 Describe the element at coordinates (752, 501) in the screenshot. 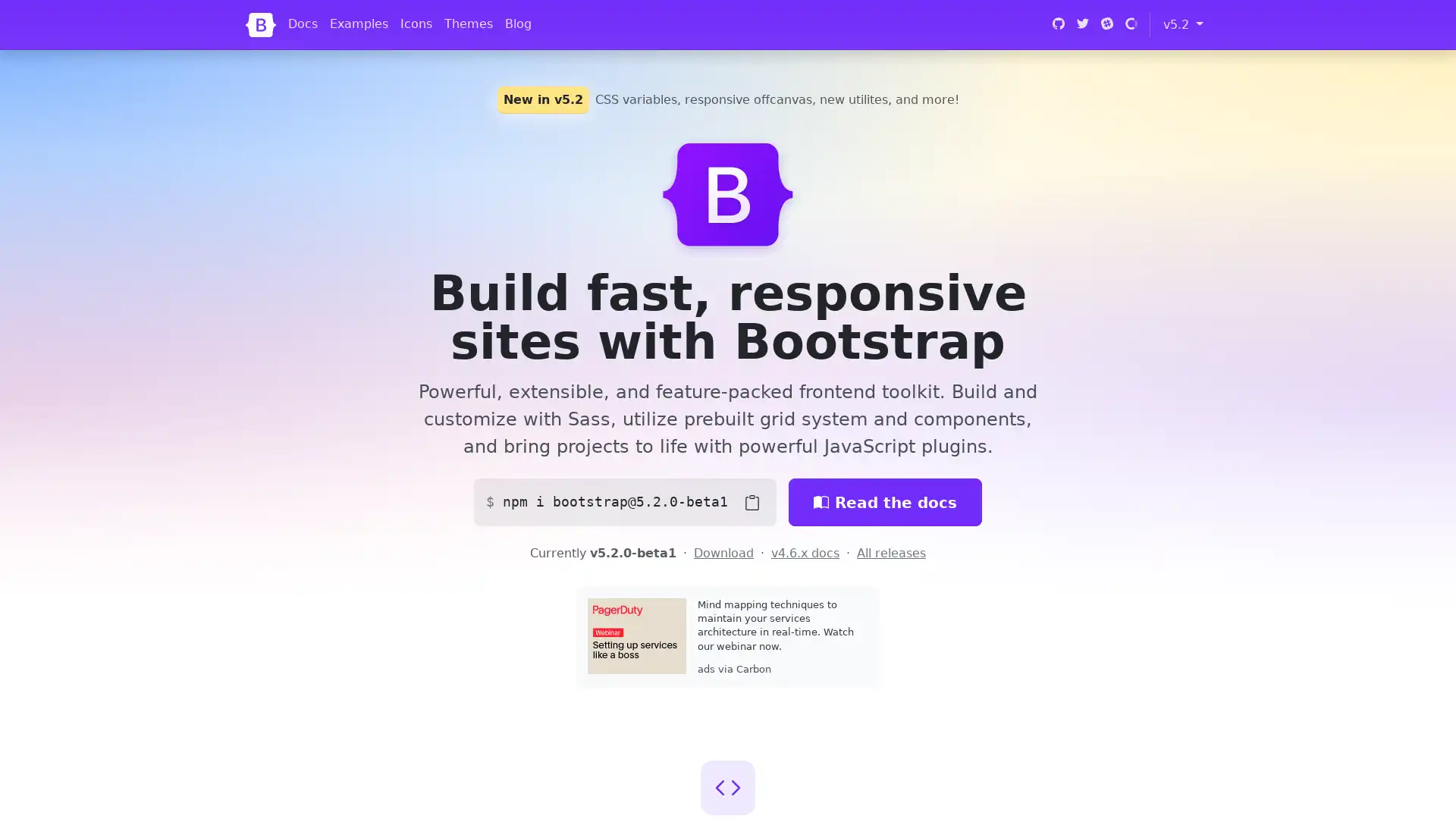

I see `Copy` at that location.